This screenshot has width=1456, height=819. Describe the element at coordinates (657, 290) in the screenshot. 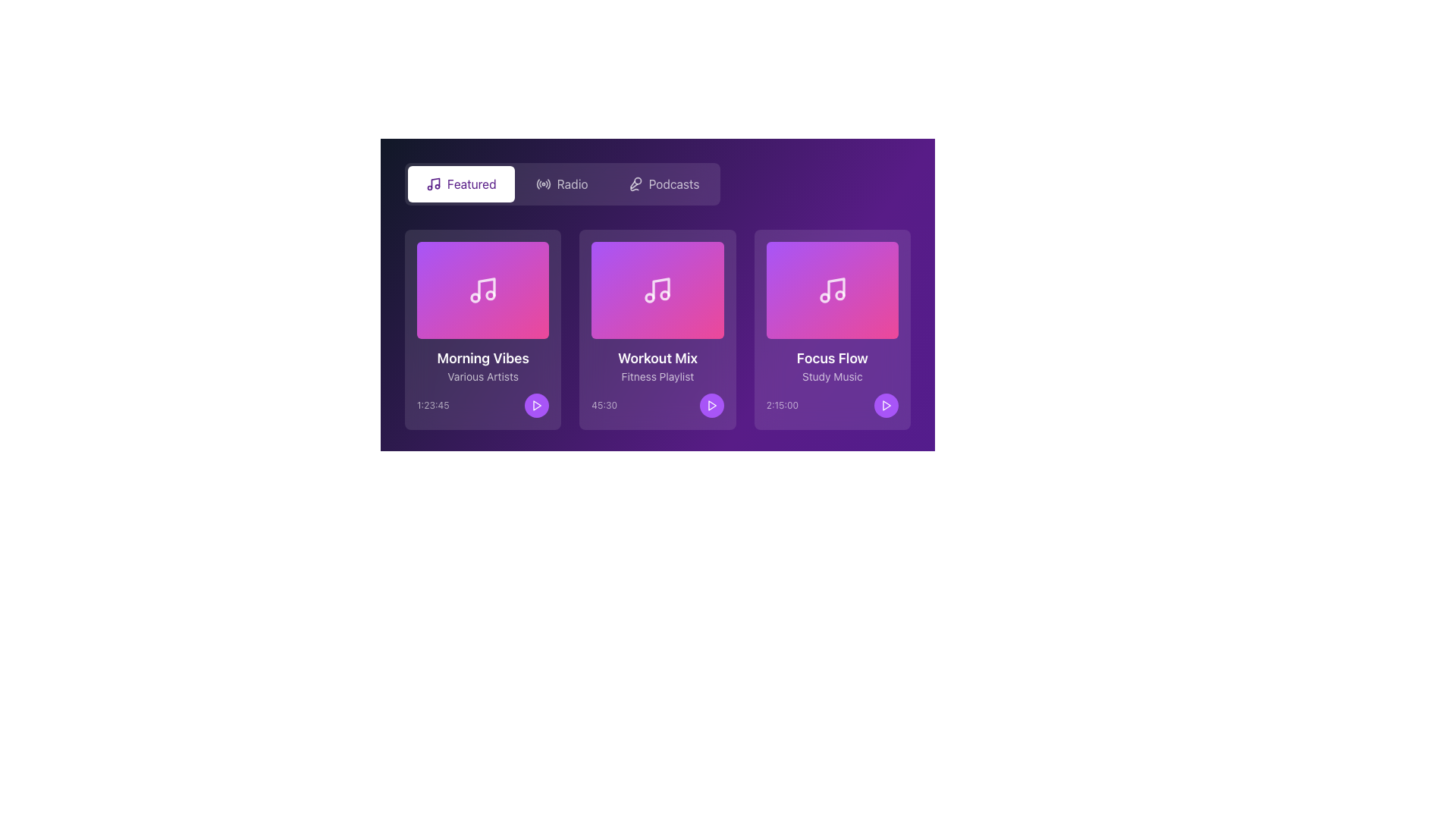

I see `the graphical music icon, which features a white musical note on a semi-transparent background, located in the central card titled 'Workout Mix'` at that location.